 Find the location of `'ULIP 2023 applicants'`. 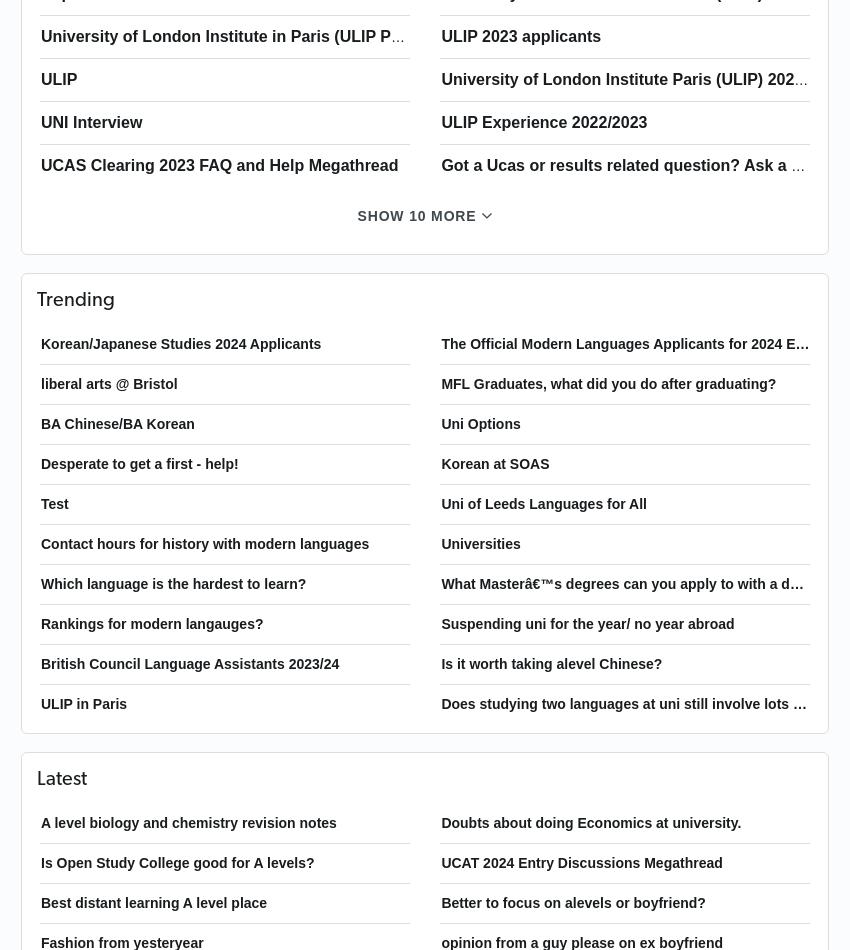

'ULIP 2023 applicants' is located at coordinates (439, 36).